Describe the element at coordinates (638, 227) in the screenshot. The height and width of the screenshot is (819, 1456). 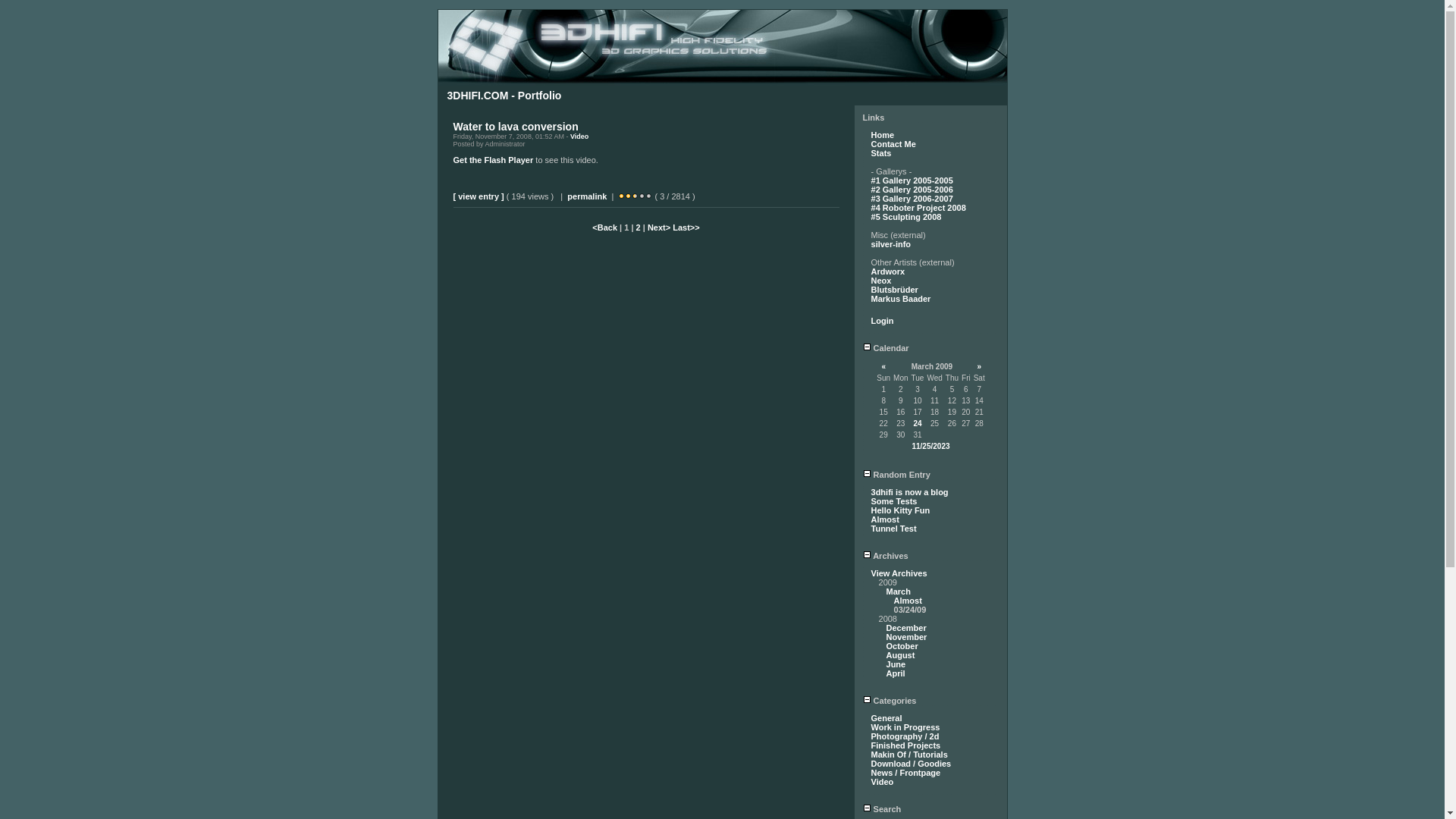
I see `'2'` at that location.